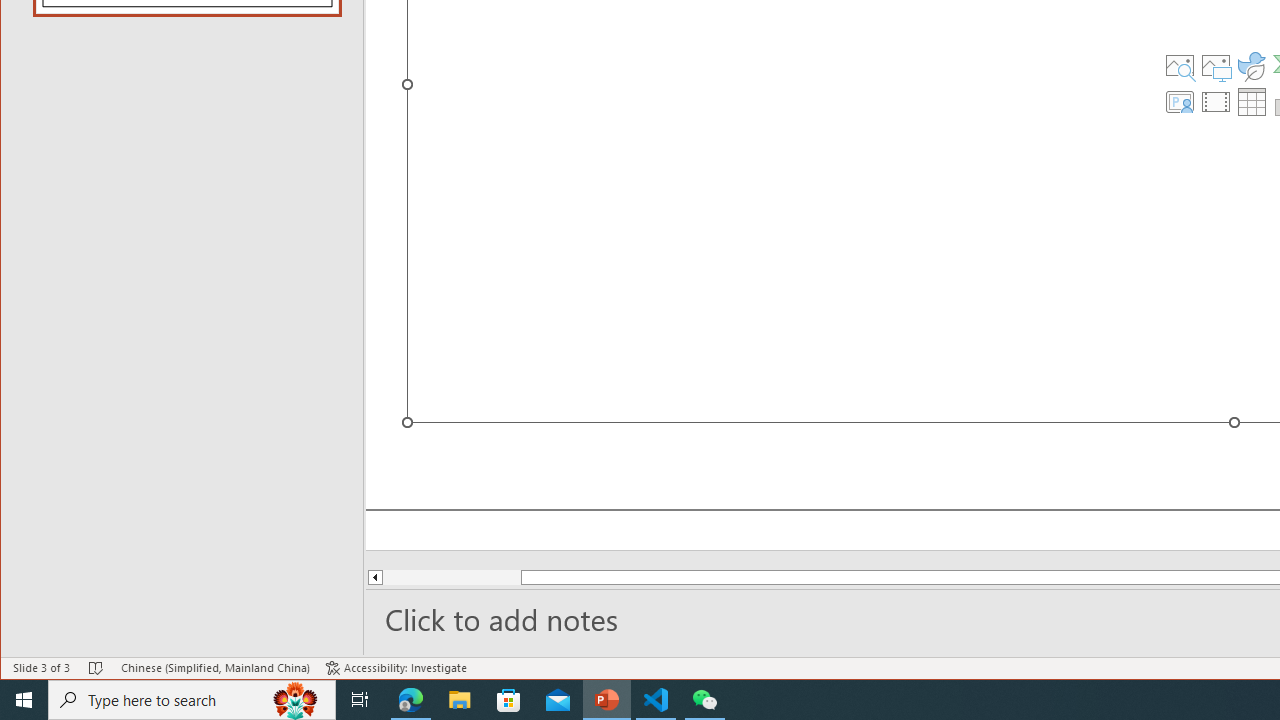 The height and width of the screenshot is (720, 1280). What do you see at coordinates (1215, 101) in the screenshot?
I see `'Insert Video'` at bounding box center [1215, 101].